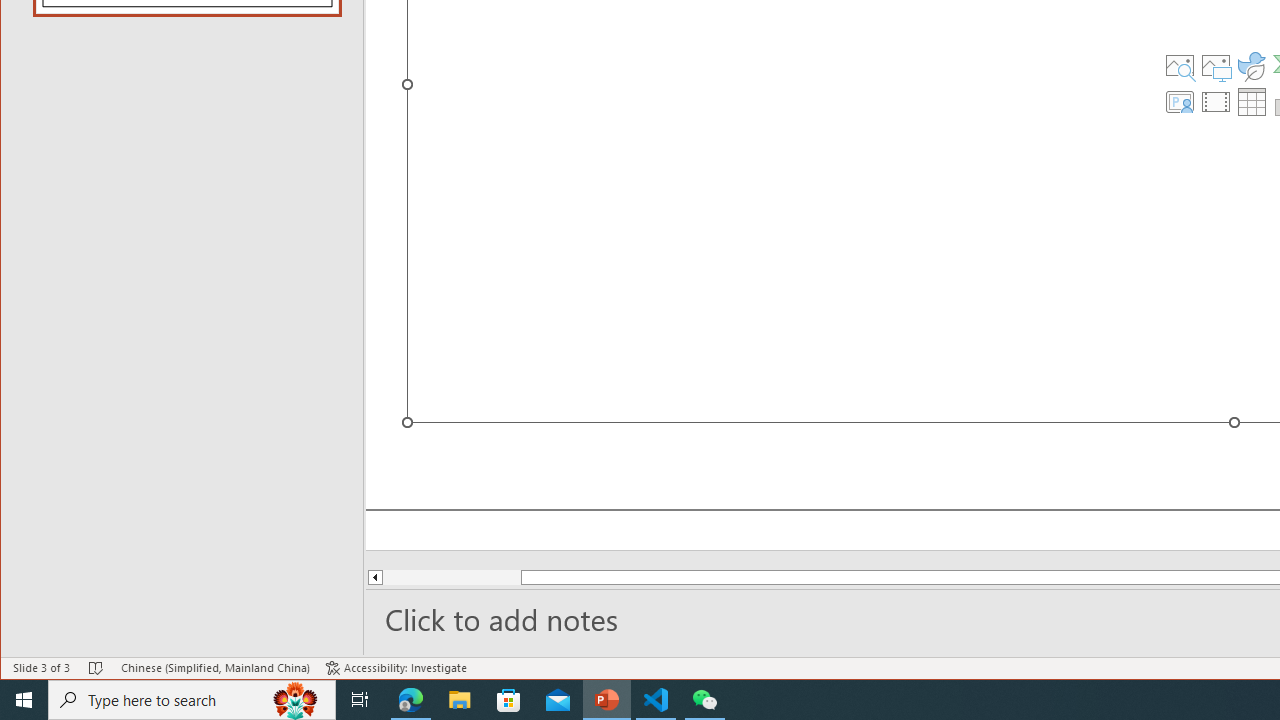 The height and width of the screenshot is (720, 1280). What do you see at coordinates (1215, 101) in the screenshot?
I see `'Insert Video'` at bounding box center [1215, 101].